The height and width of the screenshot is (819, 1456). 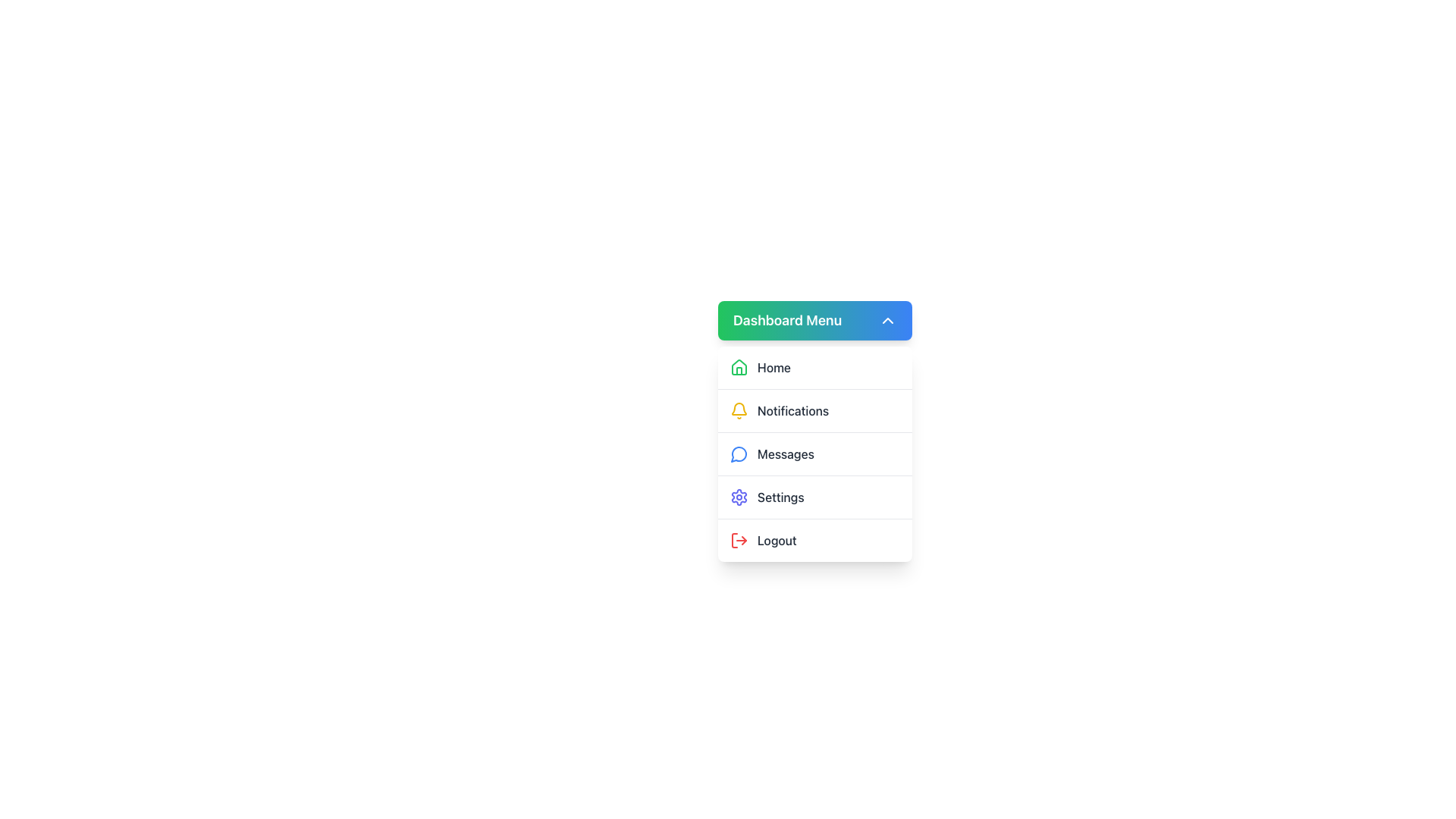 What do you see at coordinates (786, 453) in the screenshot?
I see `the 'Messages' text label in the navigation menu, which is the third entry below 'Notifications' and above 'Settings', located in the top-right corner of the interface` at bounding box center [786, 453].